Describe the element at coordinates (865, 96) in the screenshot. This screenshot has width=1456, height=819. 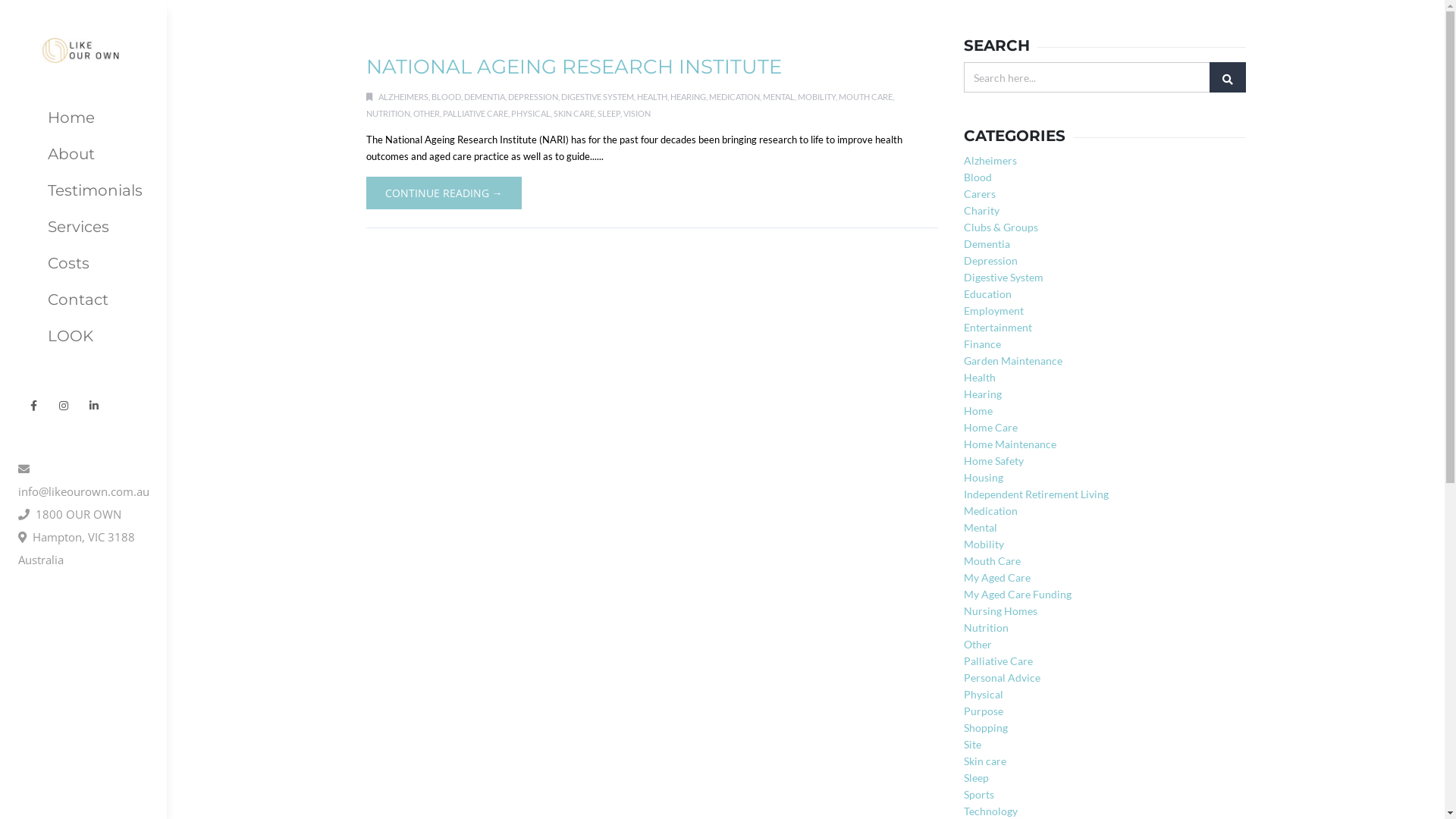
I see `'MOUTH CARE'` at that location.